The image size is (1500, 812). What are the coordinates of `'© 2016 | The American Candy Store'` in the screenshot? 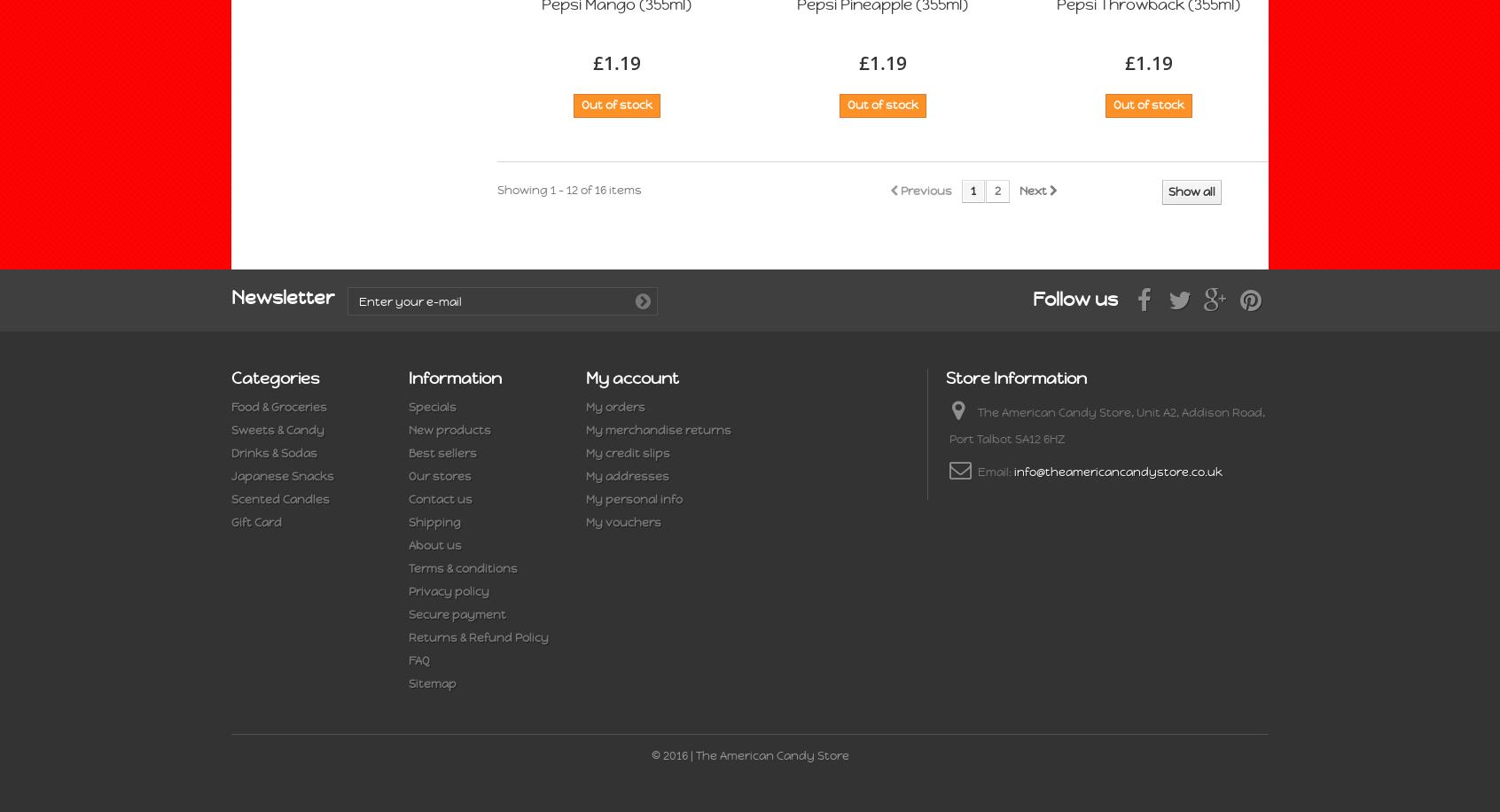 It's located at (749, 755).